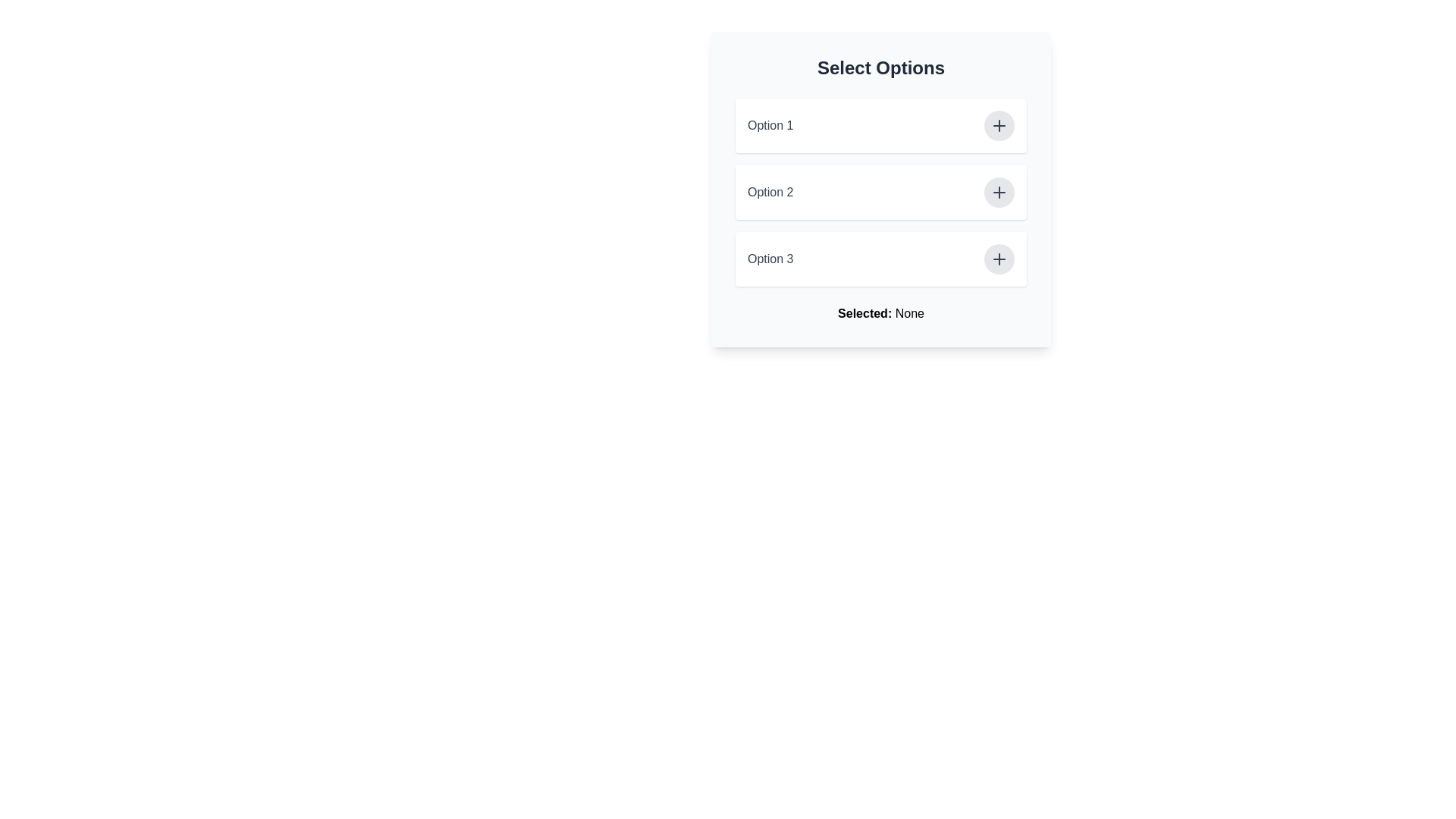 This screenshot has width=1456, height=819. I want to click on the heading text labeled 'Select Options', which is styled in bold and larger font, positioned at the top of a card-like section, so click(880, 67).